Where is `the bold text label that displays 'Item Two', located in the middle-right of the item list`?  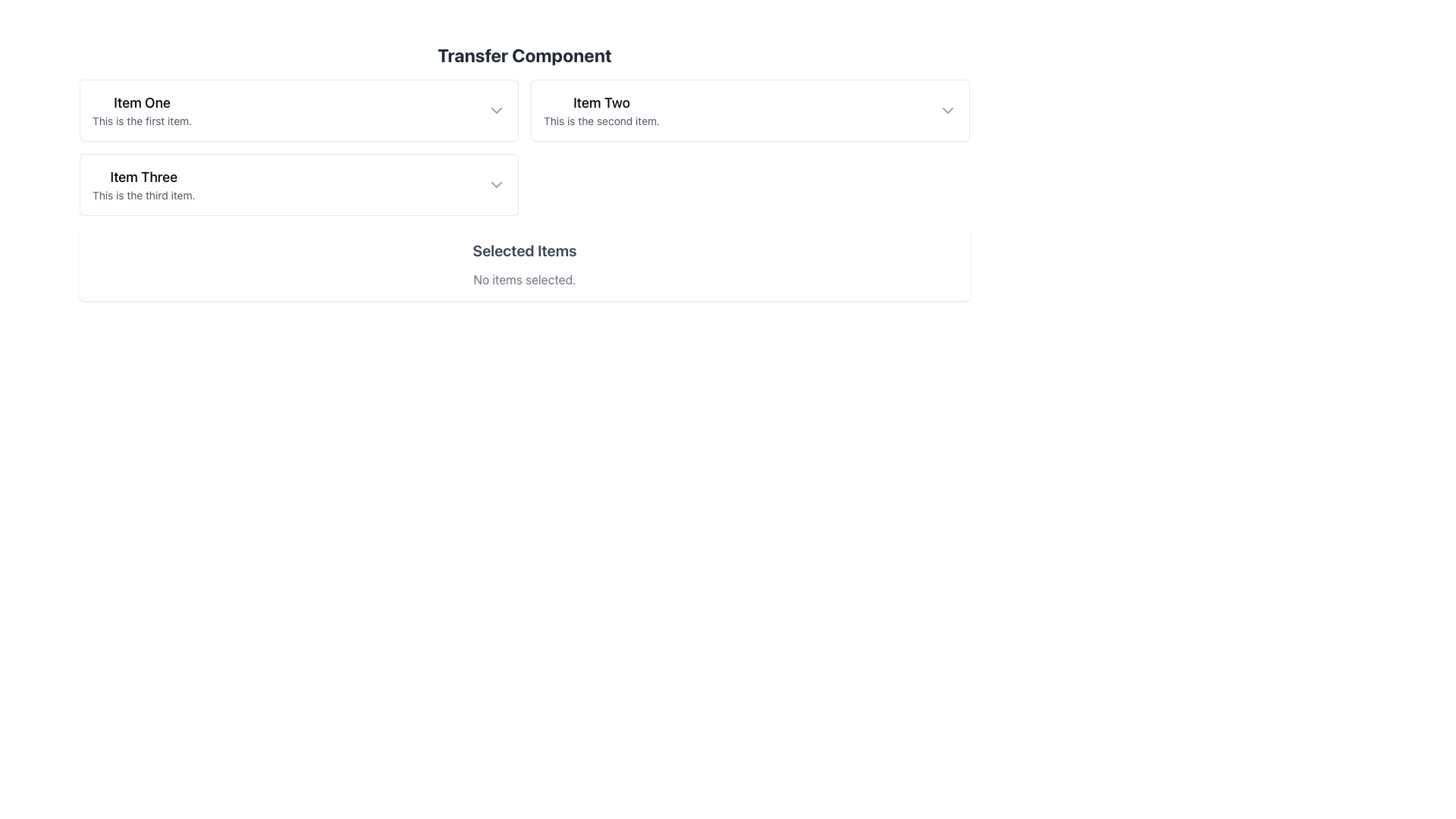 the bold text label that displays 'Item Two', located in the middle-right of the item list is located at coordinates (601, 102).